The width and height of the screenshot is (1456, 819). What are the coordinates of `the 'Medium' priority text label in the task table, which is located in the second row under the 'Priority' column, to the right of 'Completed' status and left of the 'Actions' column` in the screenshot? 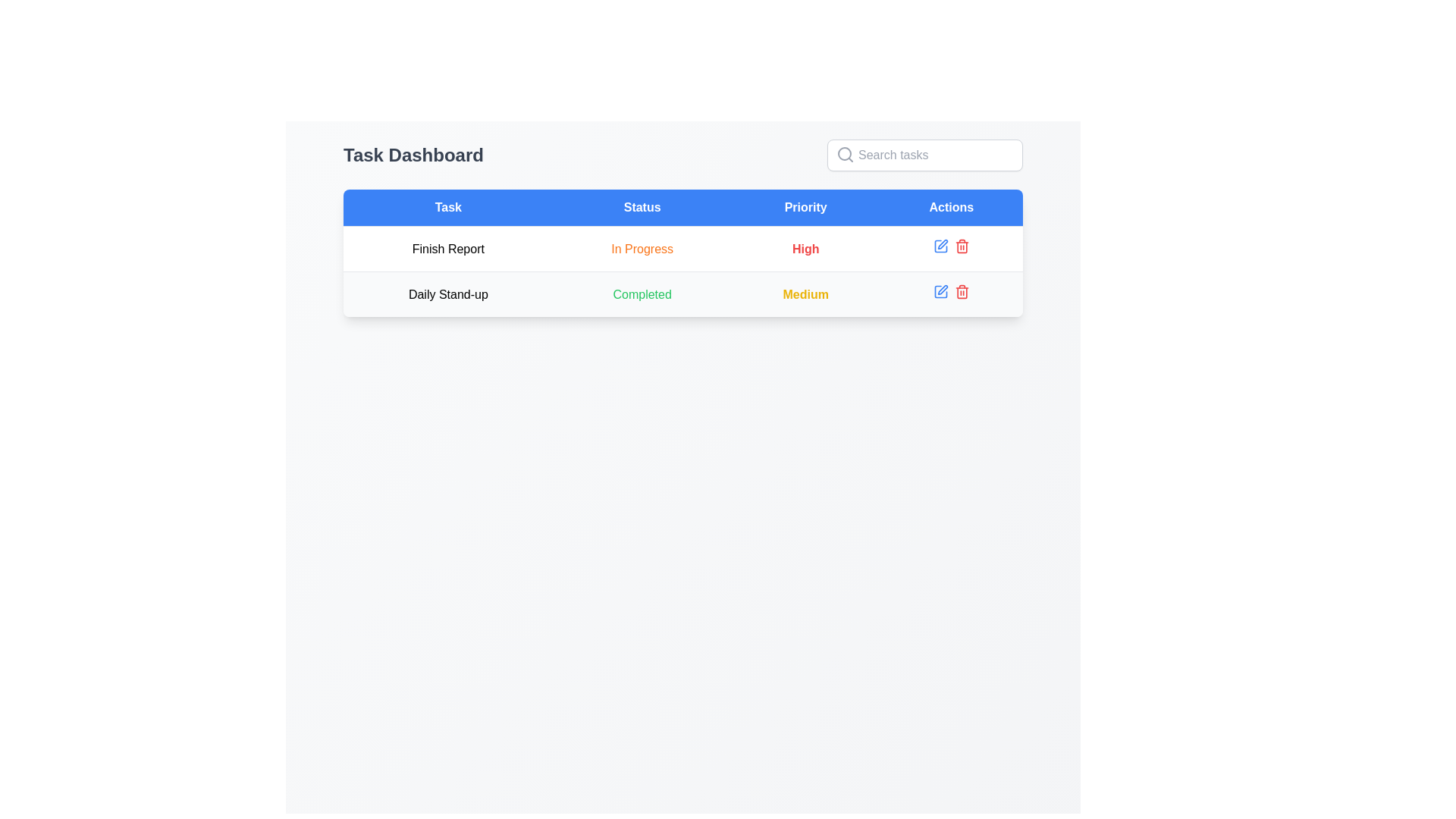 It's located at (805, 294).